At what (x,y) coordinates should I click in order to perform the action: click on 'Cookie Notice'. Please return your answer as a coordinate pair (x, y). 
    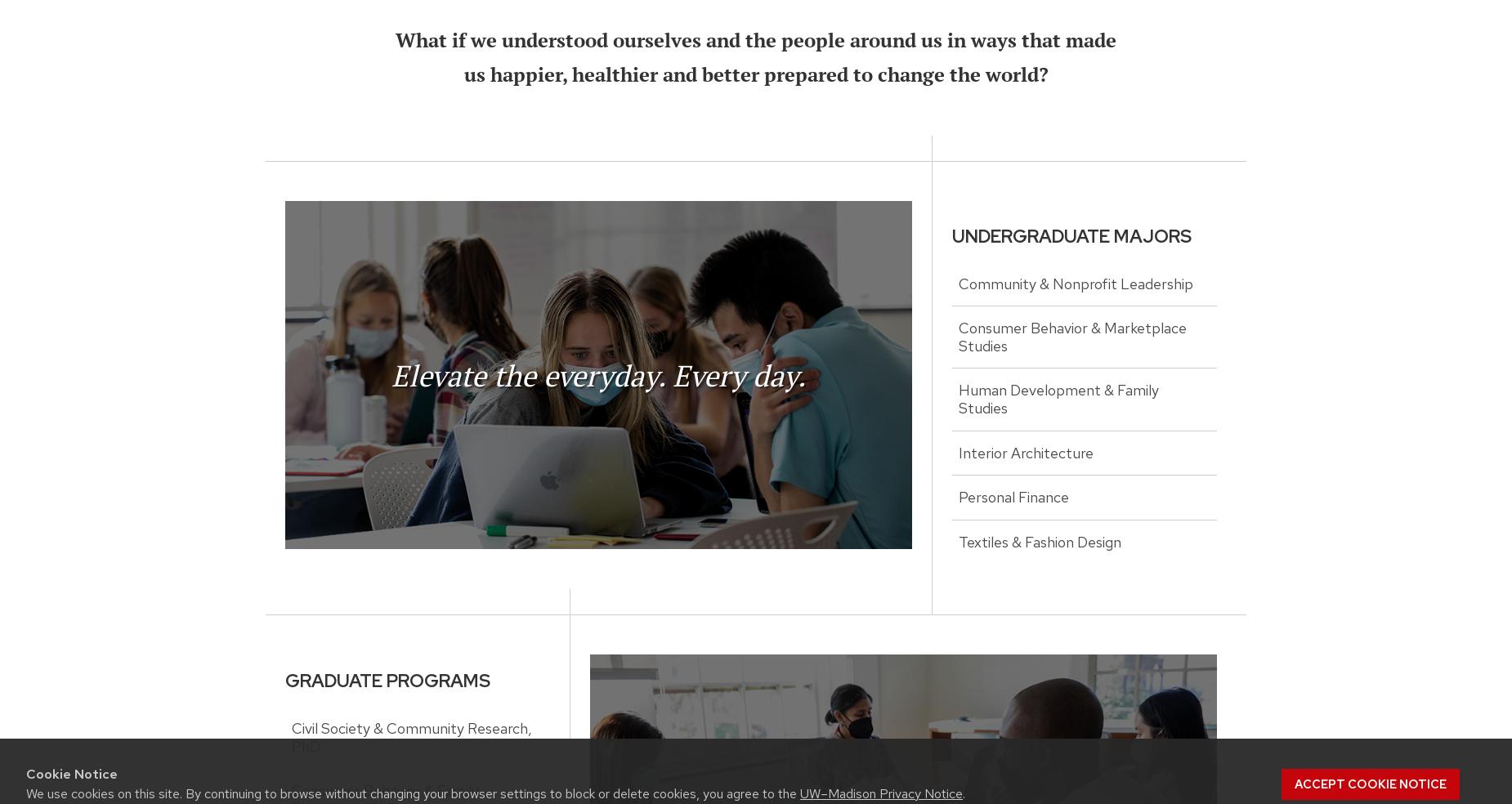
    Looking at the image, I should click on (71, 774).